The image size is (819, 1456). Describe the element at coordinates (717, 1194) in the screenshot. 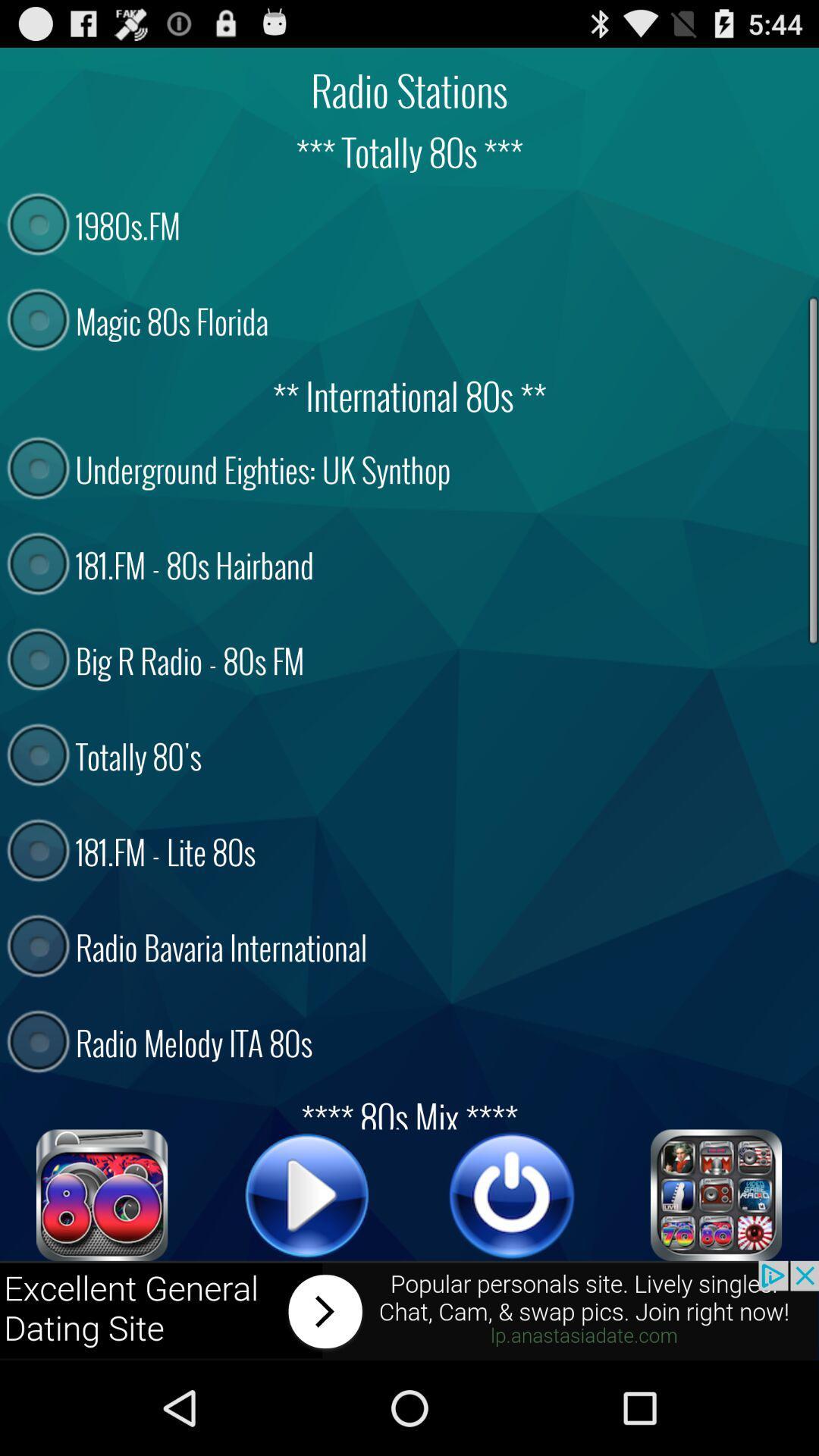

I see `app setting` at that location.